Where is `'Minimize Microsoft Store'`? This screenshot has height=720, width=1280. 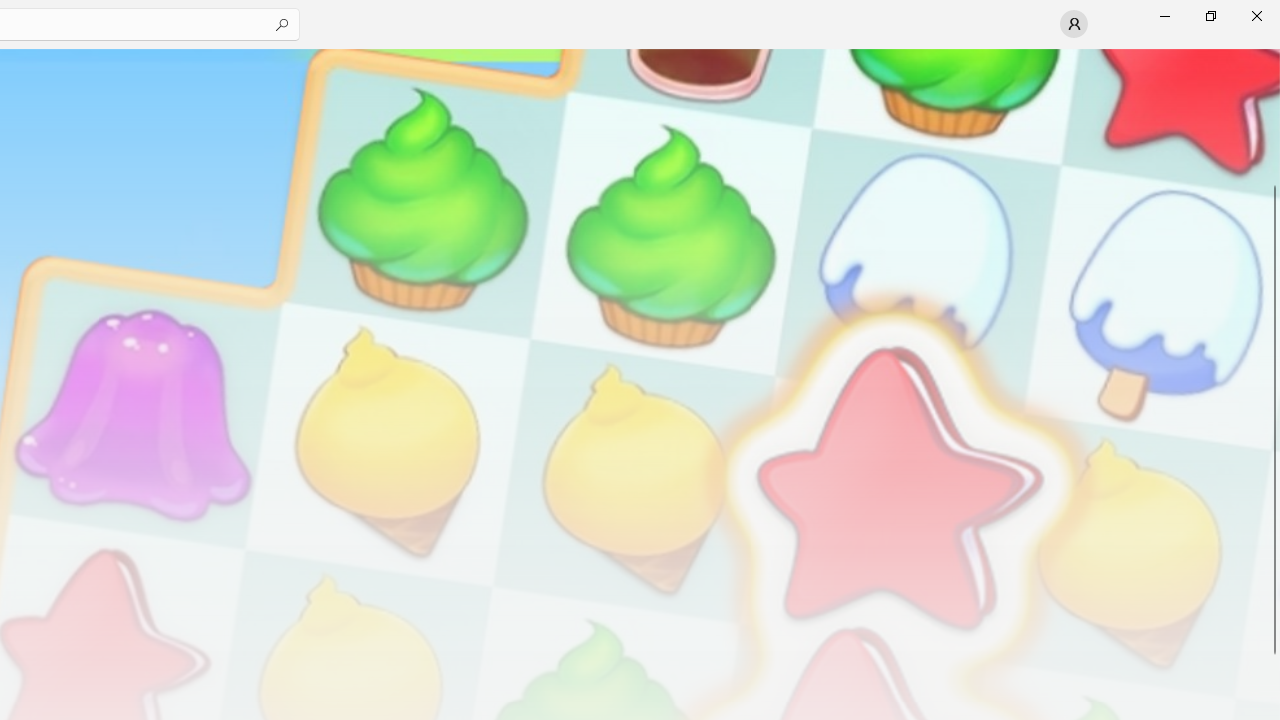
'Minimize Microsoft Store' is located at coordinates (1164, 15).